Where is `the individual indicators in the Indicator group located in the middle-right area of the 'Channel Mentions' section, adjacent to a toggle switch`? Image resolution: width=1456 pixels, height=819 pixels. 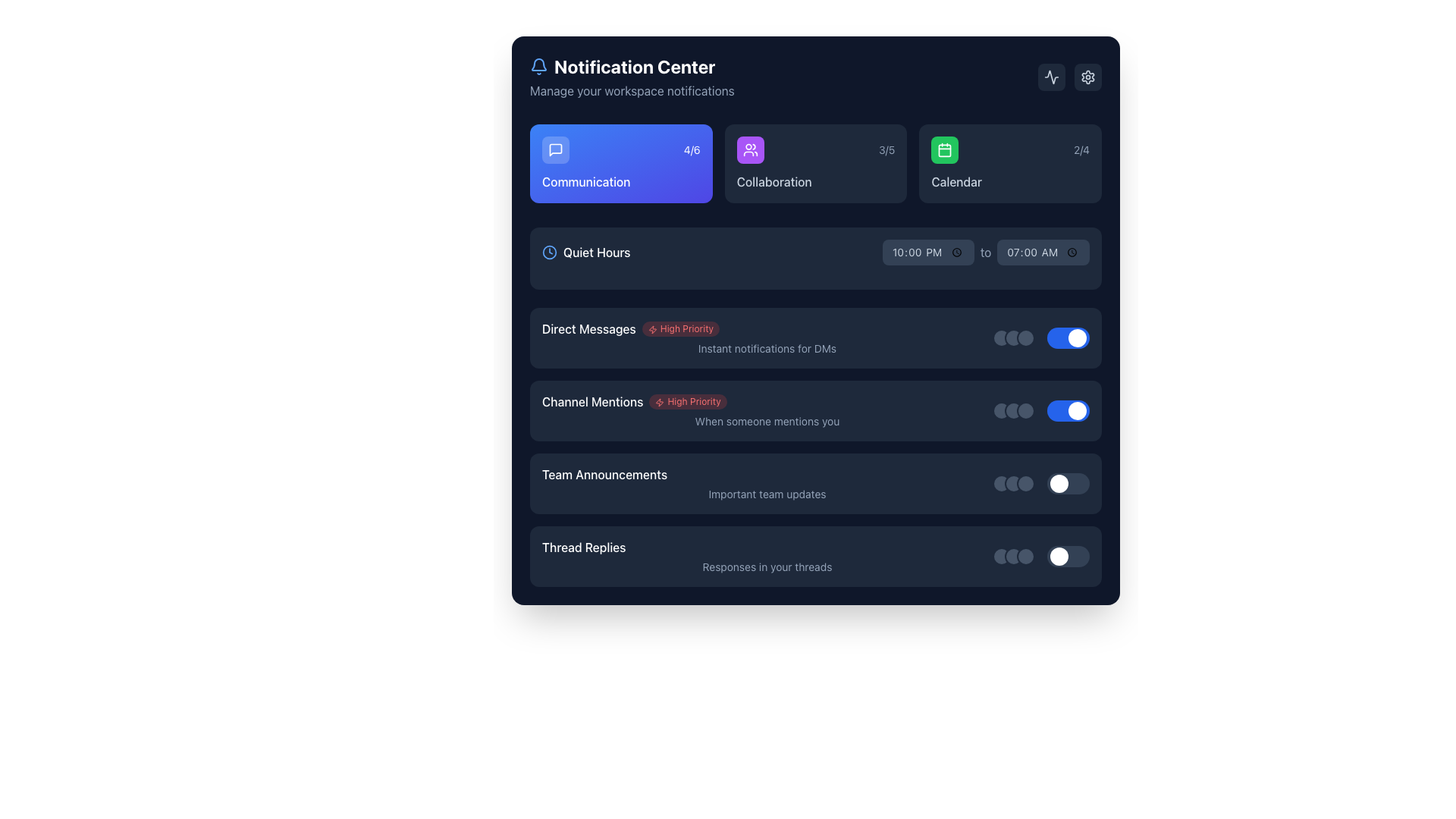 the individual indicators in the Indicator group located in the middle-right area of the 'Channel Mentions' section, adjacent to a toggle switch is located at coordinates (1014, 411).